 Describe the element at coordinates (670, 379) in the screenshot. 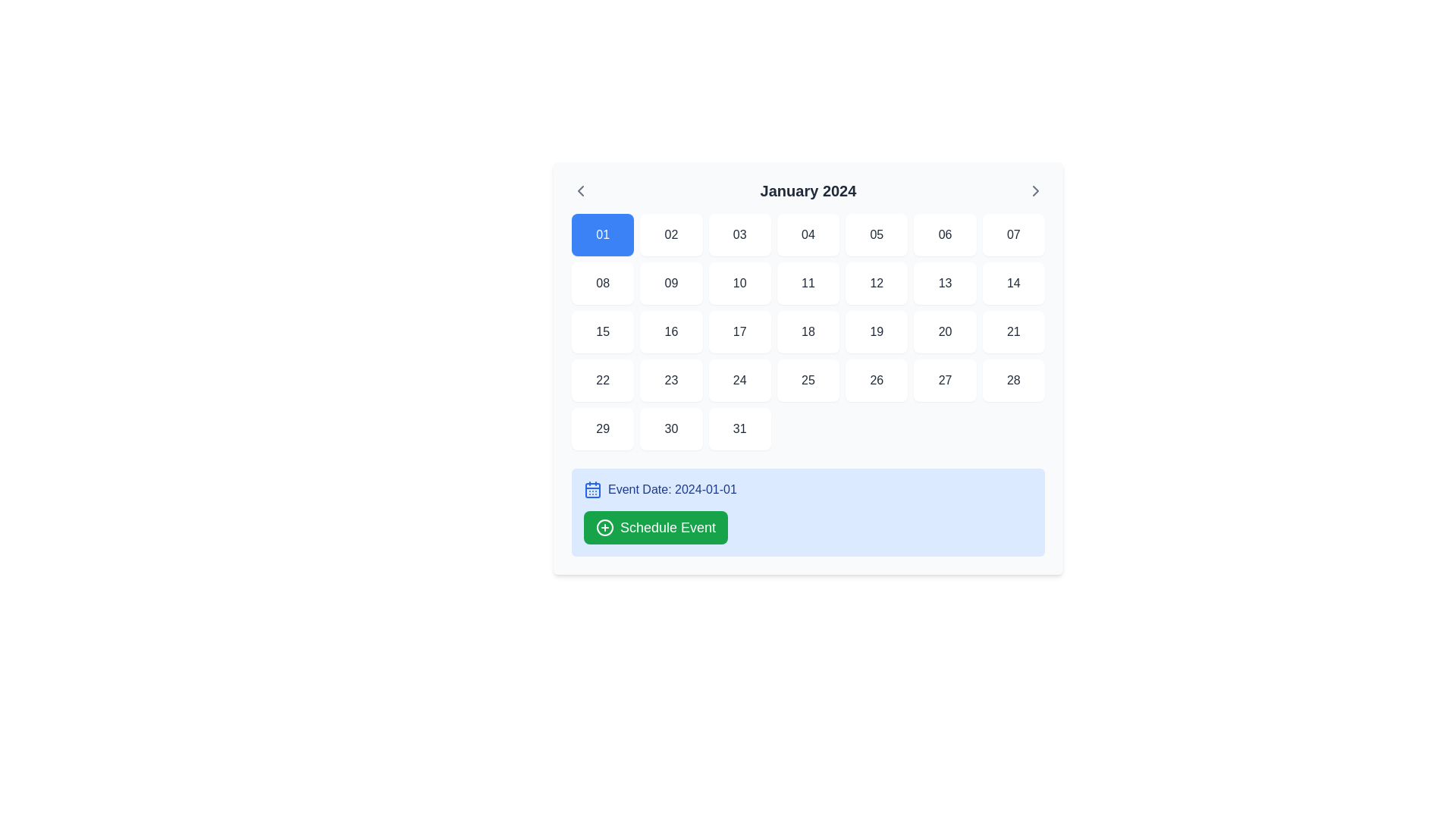

I see `the button that allows users to select the 23rd day of the displayed month to visually highlight it` at that location.